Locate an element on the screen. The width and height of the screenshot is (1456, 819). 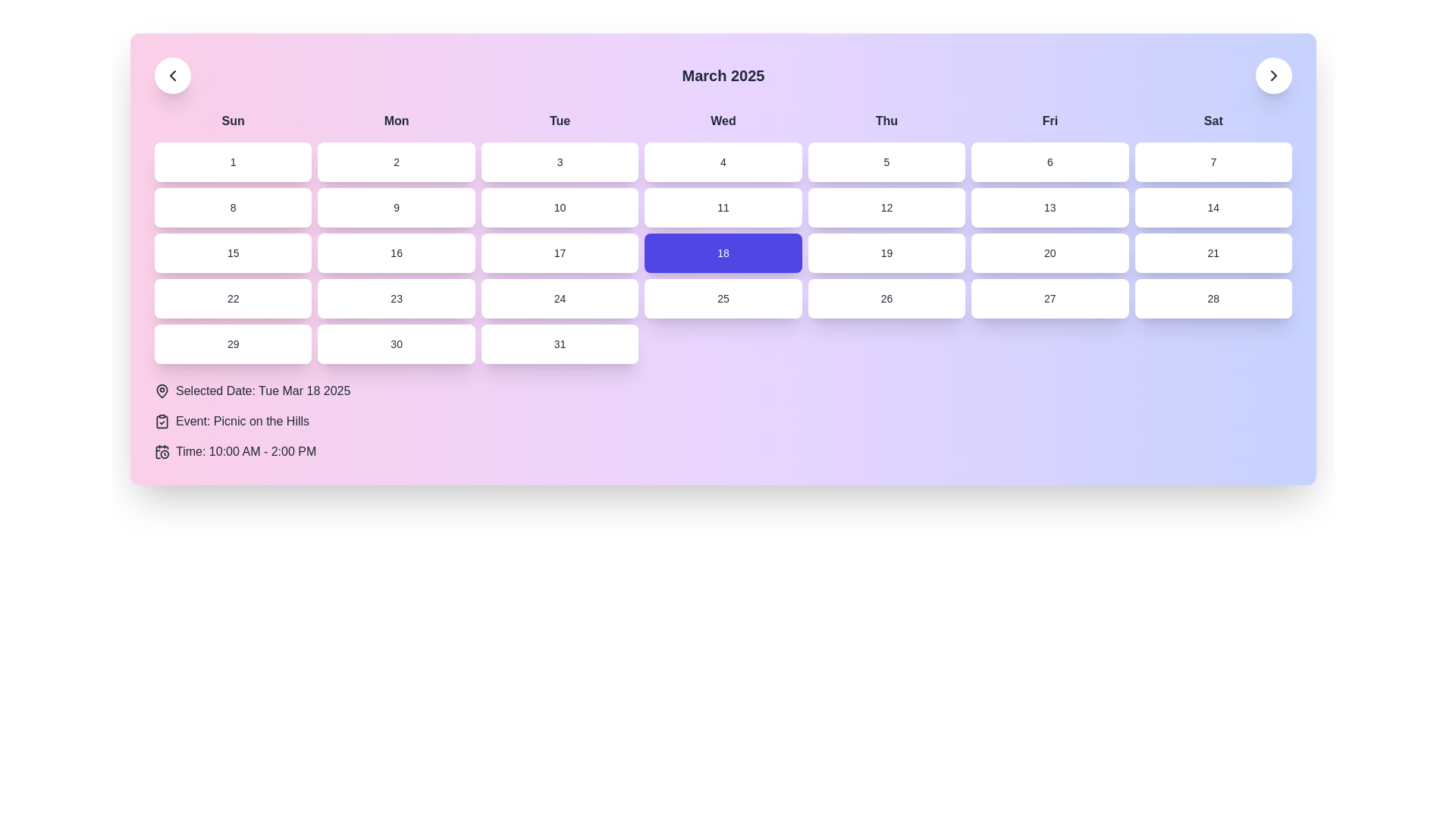
the white rectangular button with rounded corners containing the numeral '4' is located at coordinates (723, 162).